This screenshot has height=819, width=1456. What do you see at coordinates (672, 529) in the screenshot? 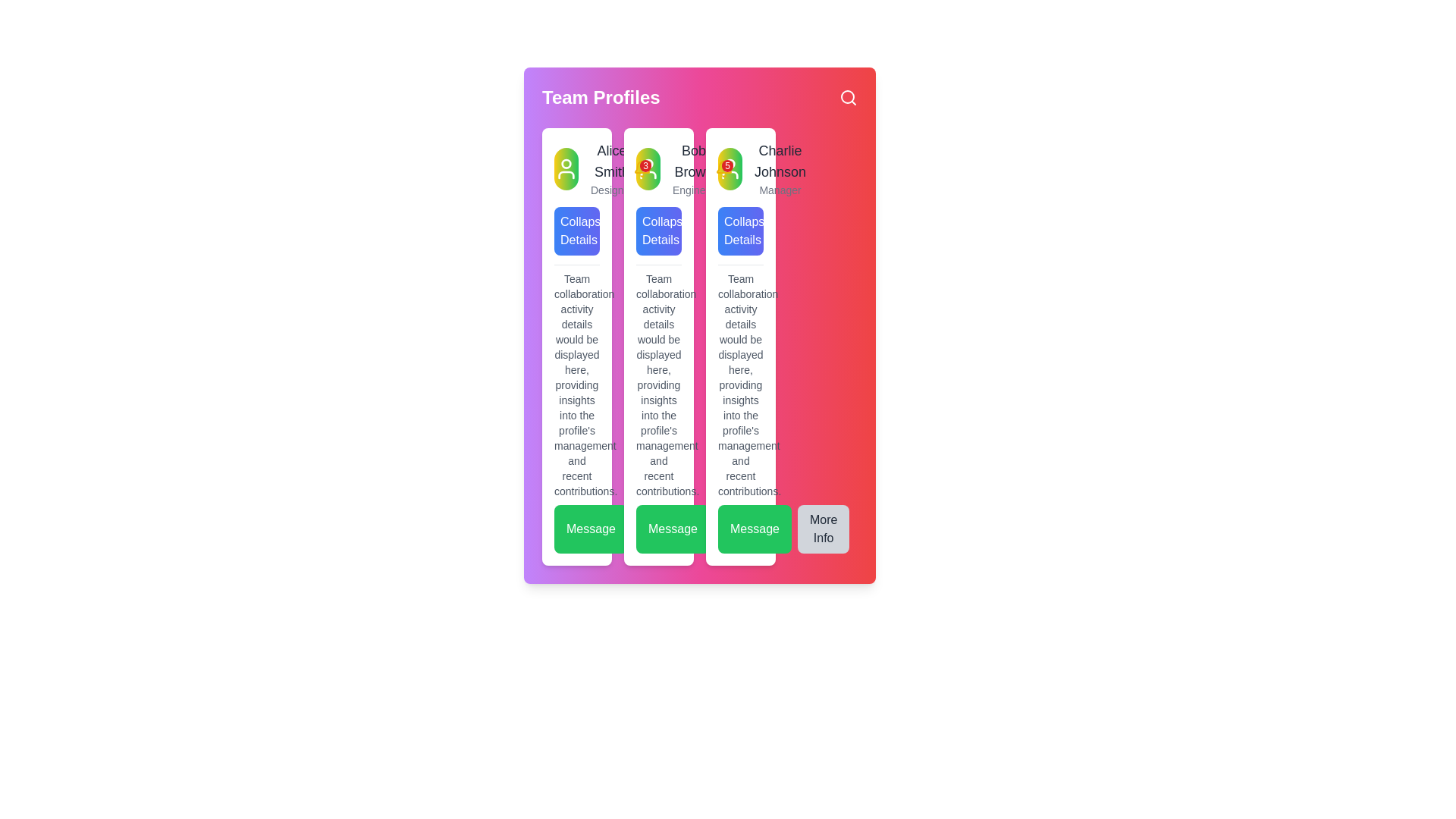
I see `the leftmost button in a row of buttons at the bottom of the profile card to initiate a message action` at bounding box center [672, 529].